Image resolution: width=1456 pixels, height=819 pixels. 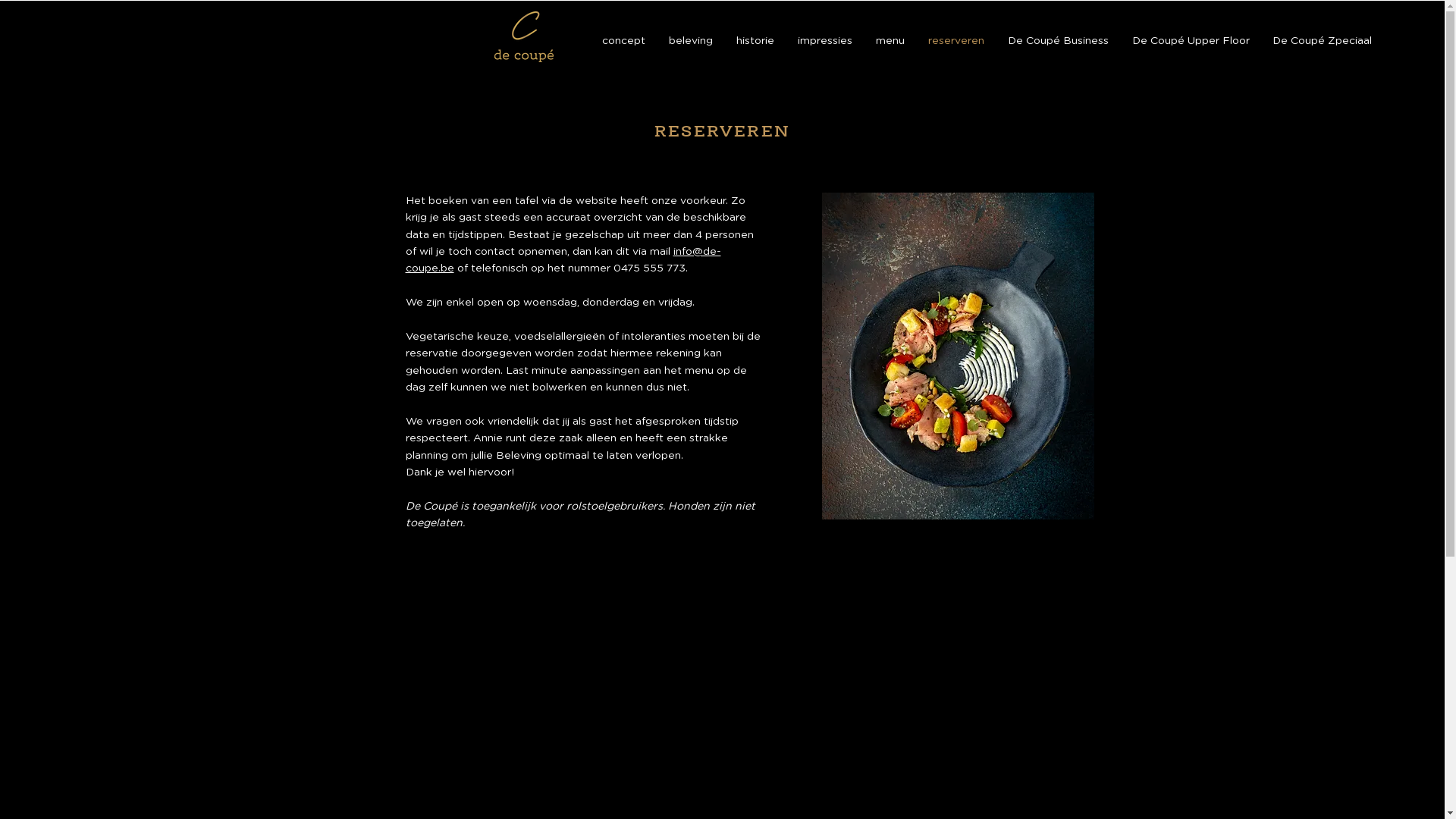 What do you see at coordinates (755, 40) in the screenshot?
I see `'historie'` at bounding box center [755, 40].